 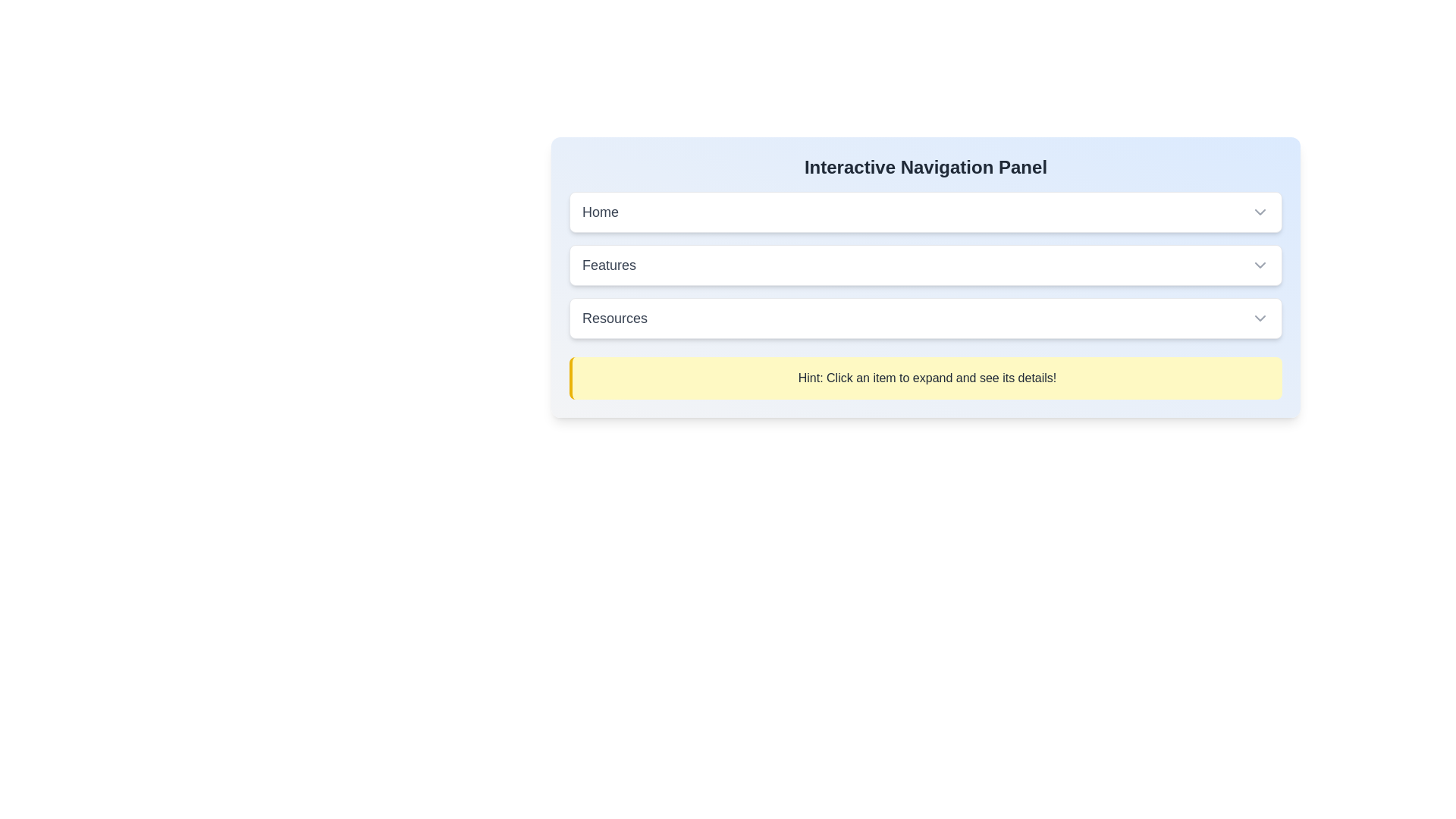 What do you see at coordinates (924, 295) in the screenshot?
I see `the Accordion navigation panel located within the 'Interactive Navigation Panel' card` at bounding box center [924, 295].